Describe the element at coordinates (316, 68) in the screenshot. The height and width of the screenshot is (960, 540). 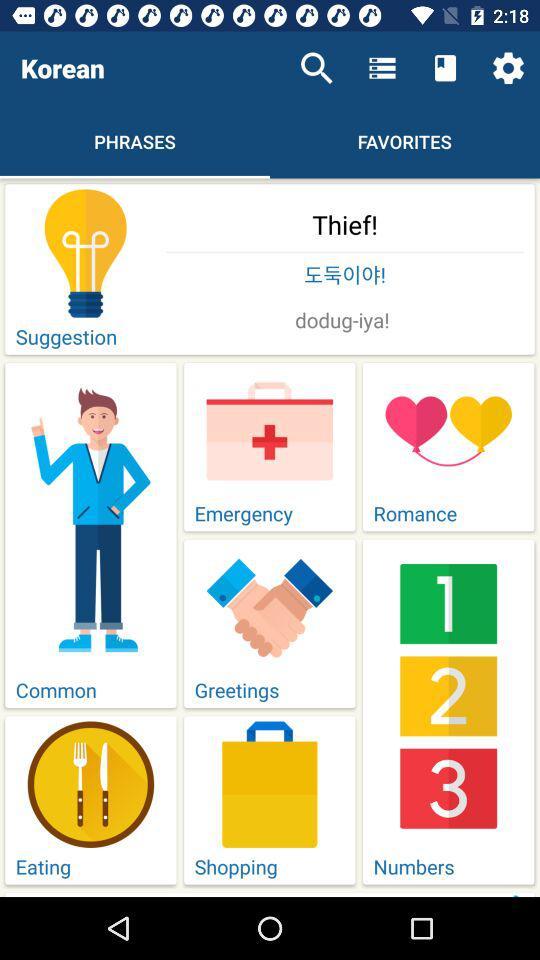
I see `the item above the thief! icon` at that location.